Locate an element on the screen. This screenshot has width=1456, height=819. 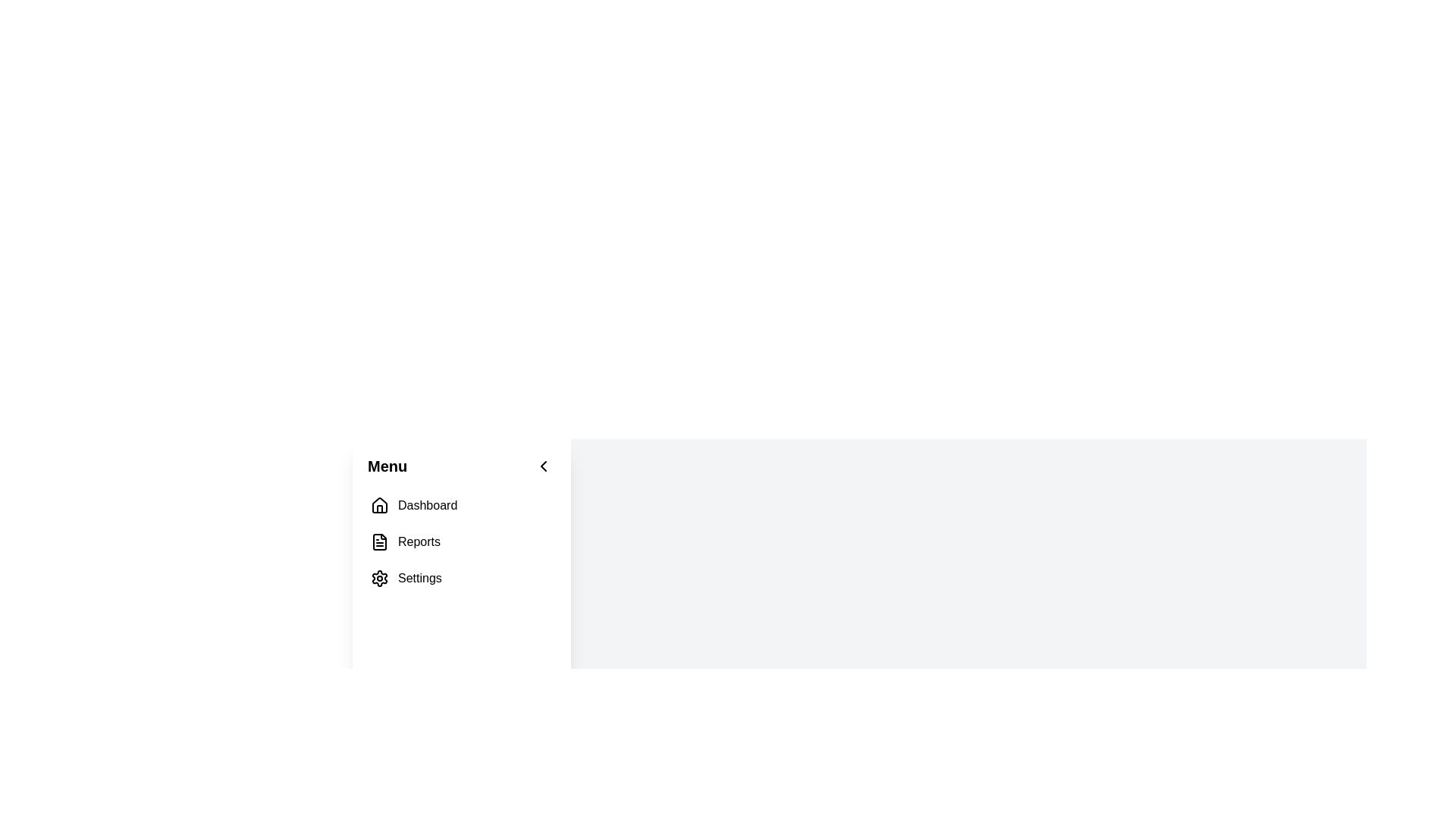
the circular button with a gray background and left-pointing chevron icon located to the right of the 'Menu' title to change its background color is located at coordinates (543, 465).